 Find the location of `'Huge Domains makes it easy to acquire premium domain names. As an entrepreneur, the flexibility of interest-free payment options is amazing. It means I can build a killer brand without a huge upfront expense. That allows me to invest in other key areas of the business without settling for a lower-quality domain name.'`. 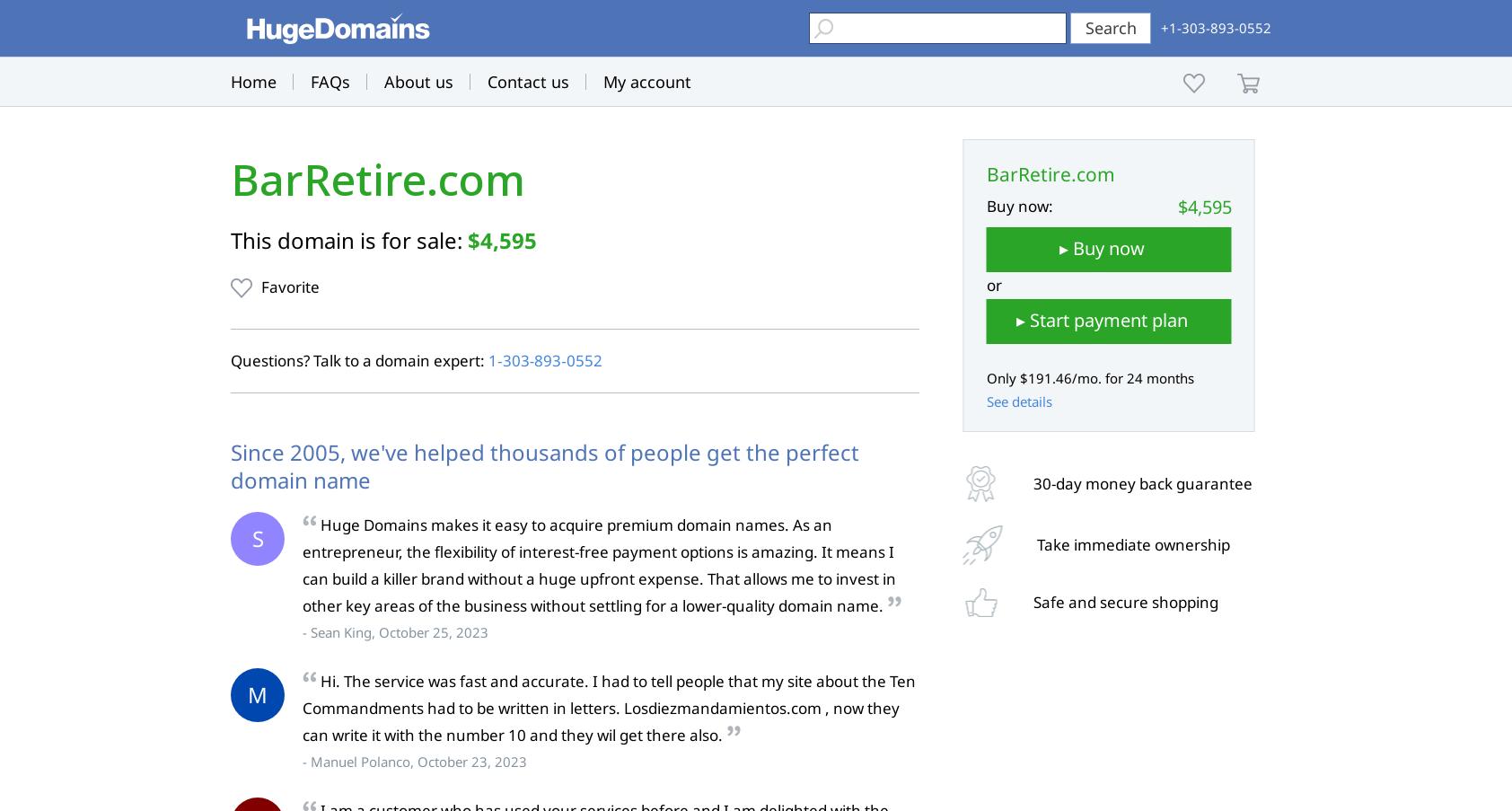

'Huge Domains makes it easy to acquire premium domain names. As an entrepreneur, the flexibility of interest-free payment options is amazing. It means I can build a killer brand without a huge upfront expense. That allows me to invest in other key areas of the business without settling for a lower-quality domain name.' is located at coordinates (599, 565).